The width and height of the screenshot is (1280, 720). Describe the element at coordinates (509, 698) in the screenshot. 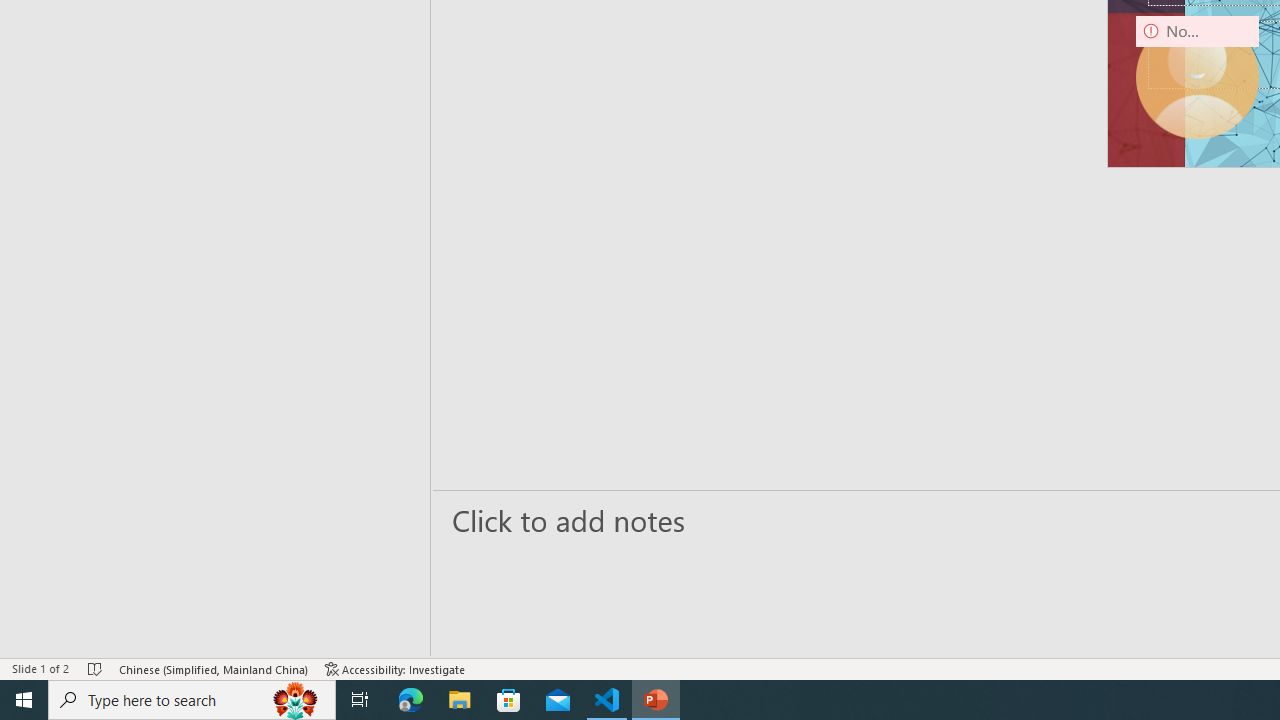

I see `'Microsoft Store'` at that location.